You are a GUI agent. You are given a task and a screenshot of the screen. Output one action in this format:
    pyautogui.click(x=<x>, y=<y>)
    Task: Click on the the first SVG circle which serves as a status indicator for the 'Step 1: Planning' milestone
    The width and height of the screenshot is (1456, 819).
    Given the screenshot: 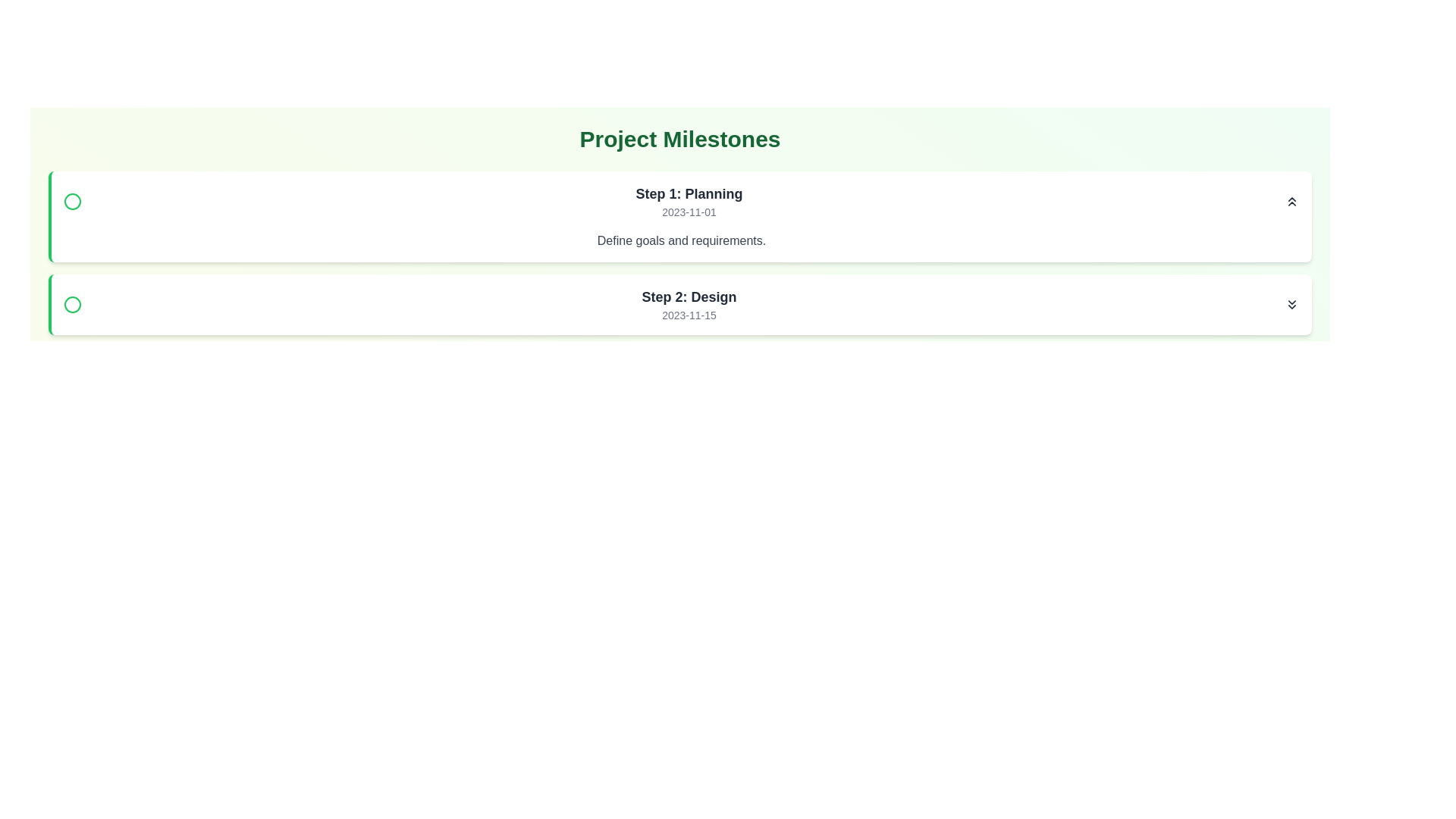 What is the action you would take?
    pyautogui.click(x=72, y=201)
    